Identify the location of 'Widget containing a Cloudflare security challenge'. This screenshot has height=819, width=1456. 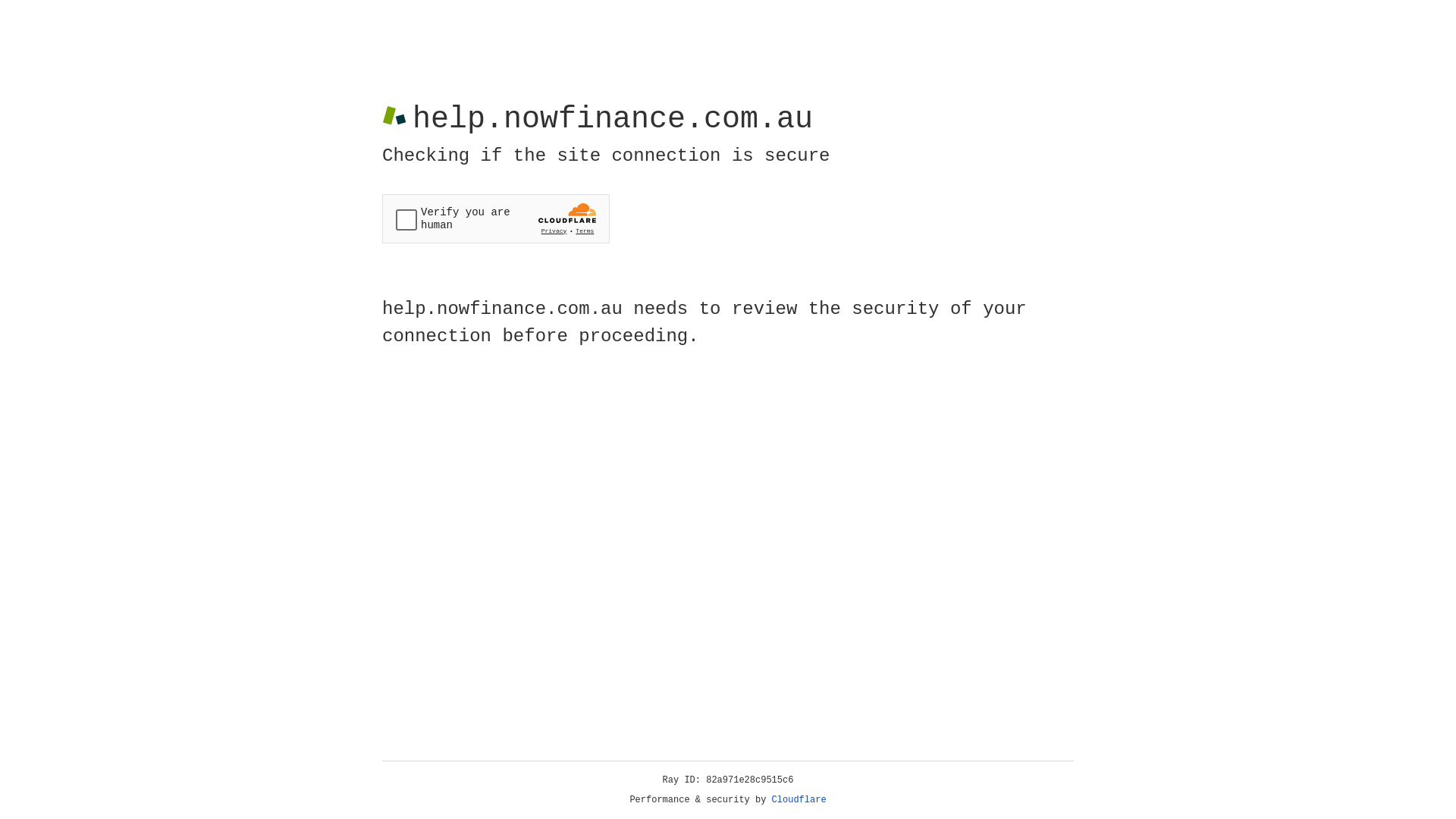
(495, 218).